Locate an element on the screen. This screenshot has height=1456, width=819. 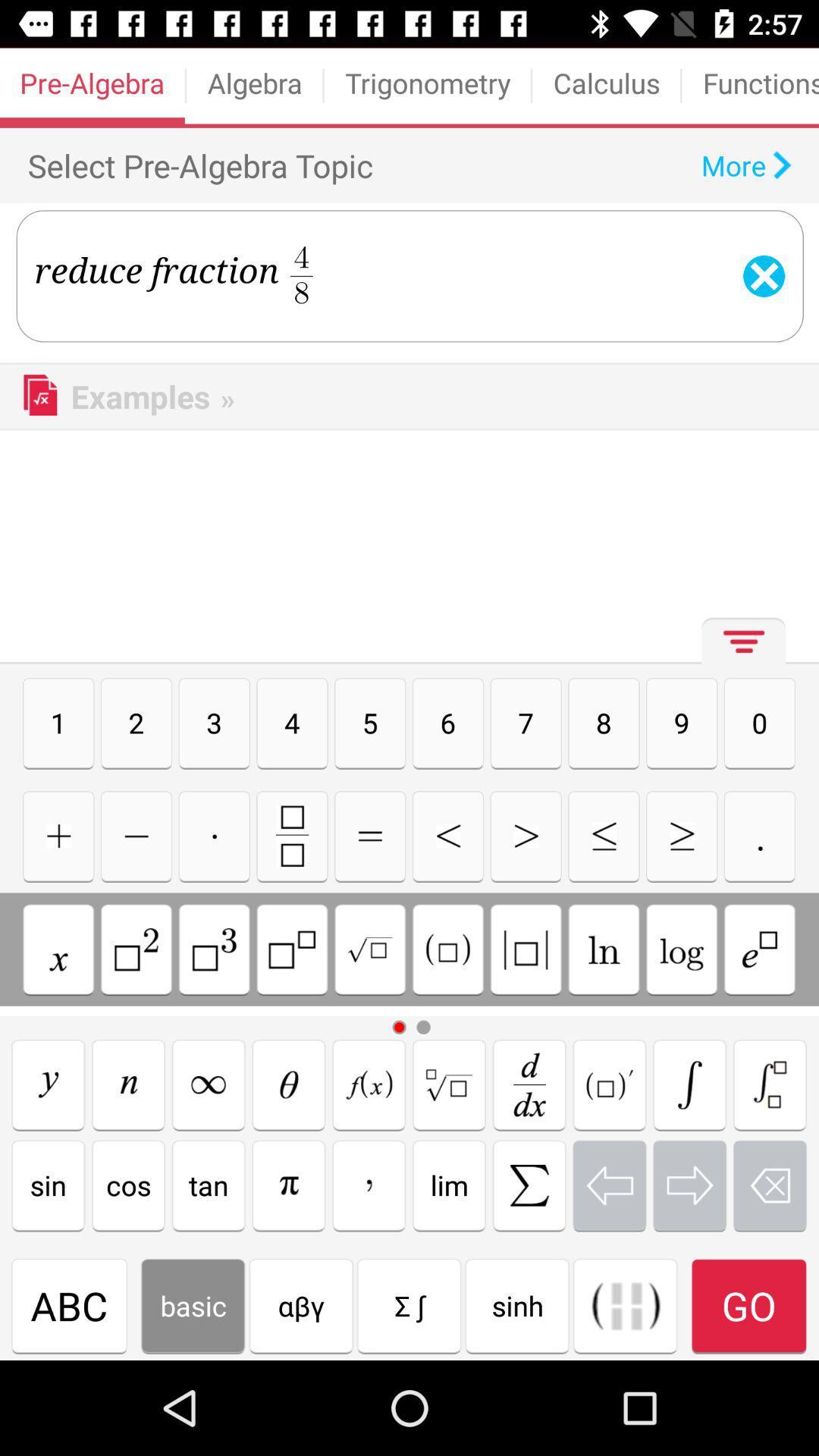
less then sign is located at coordinates (447, 835).